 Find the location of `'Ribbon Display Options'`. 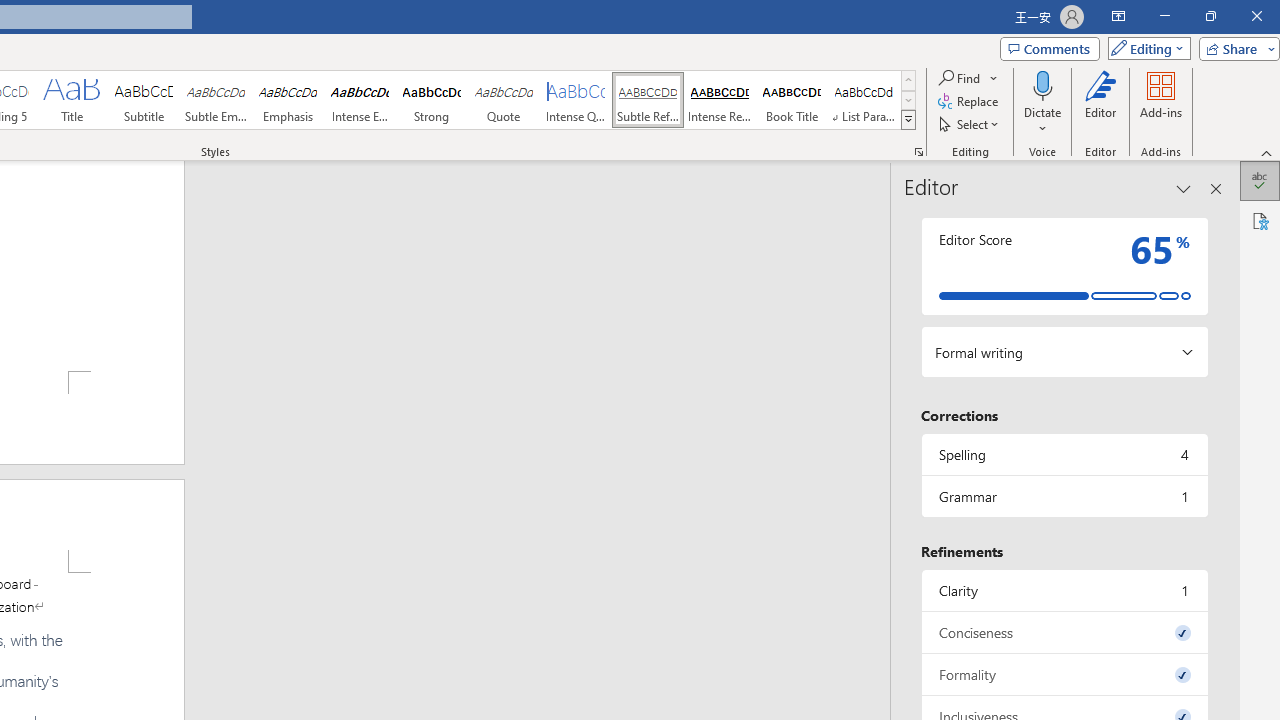

'Ribbon Display Options' is located at coordinates (1117, 16).